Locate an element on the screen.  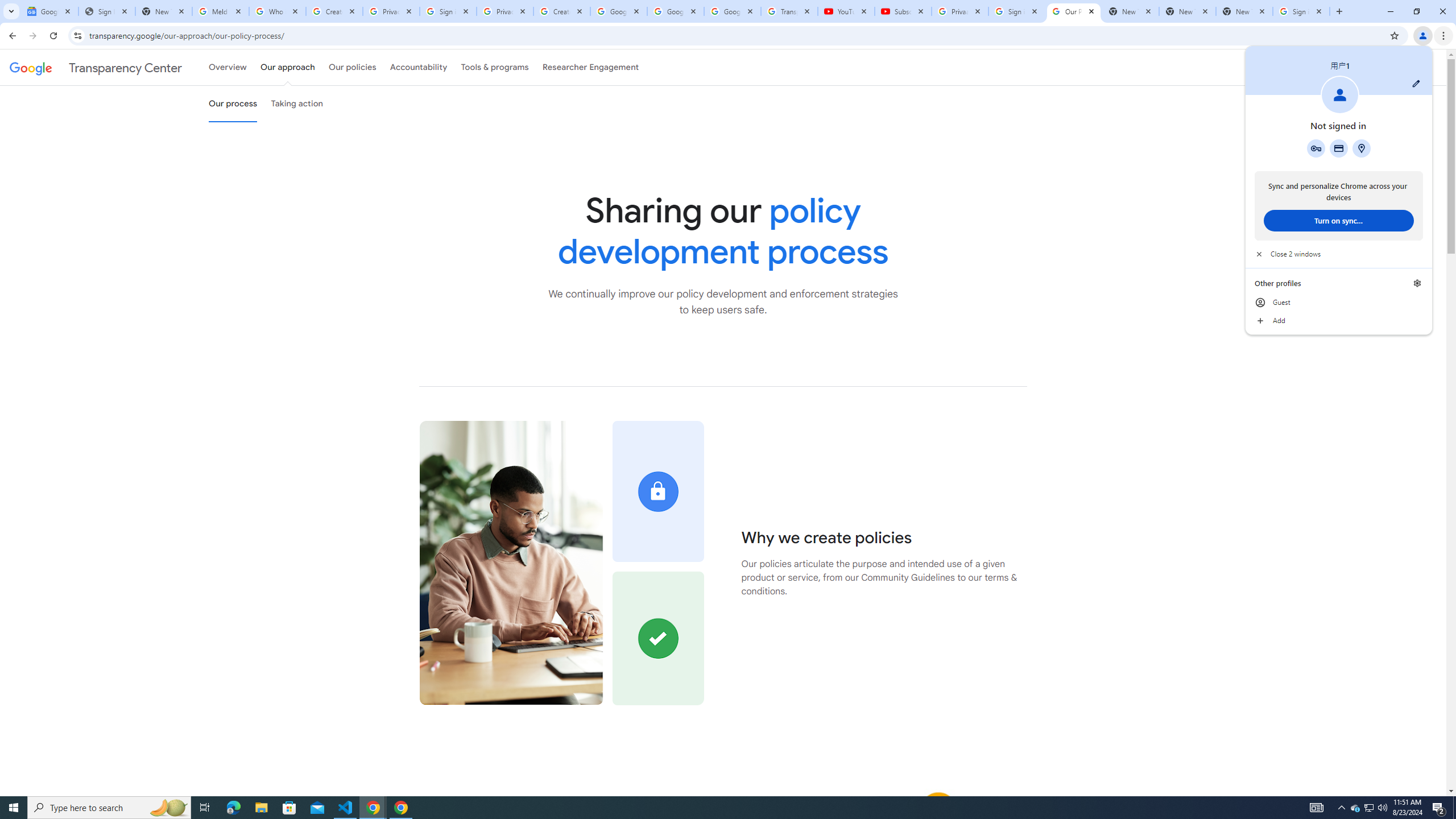
'Action Center, 2 new notifications' is located at coordinates (1439, 806).